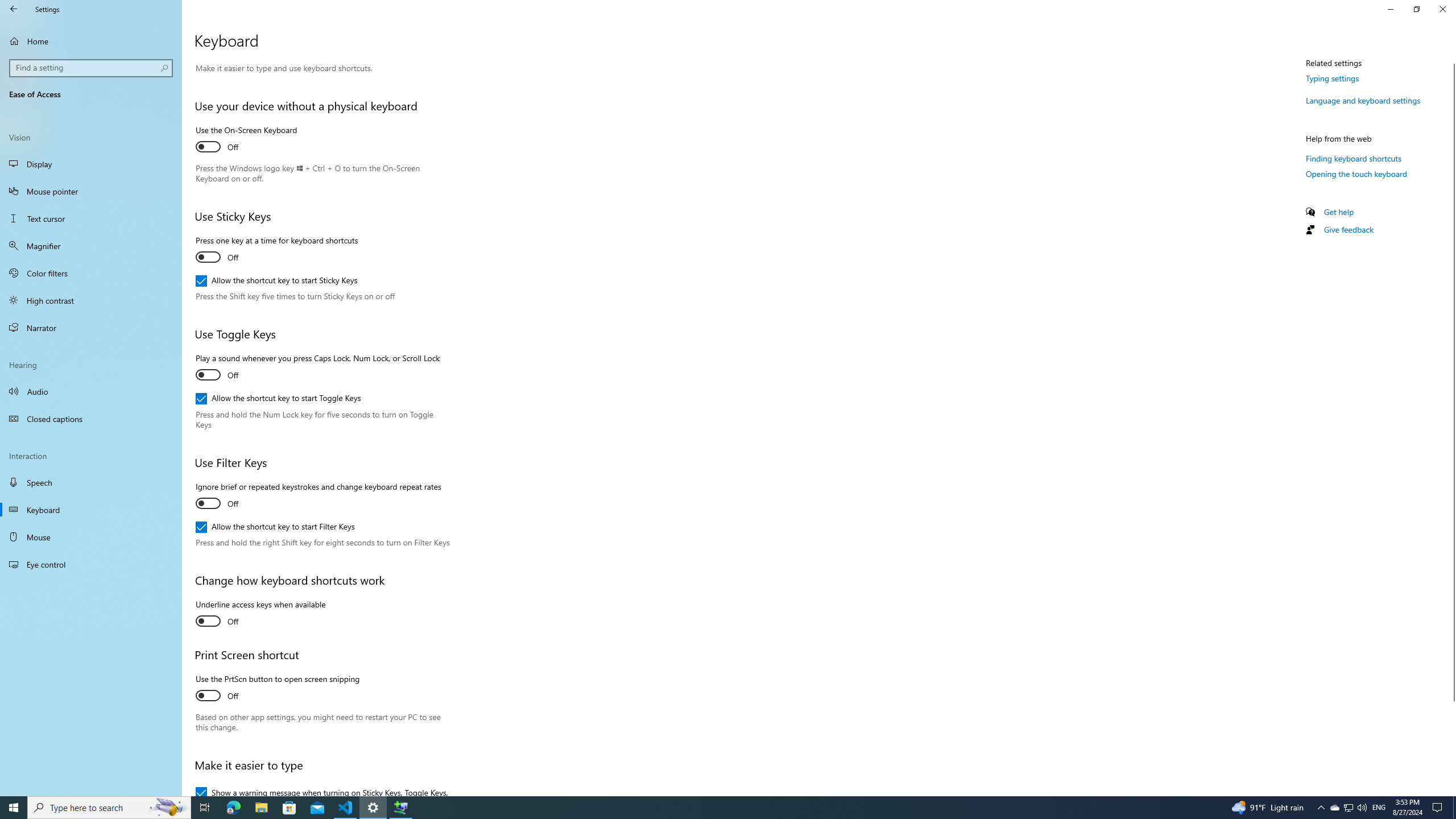 This screenshot has height=819, width=1456. I want to click on 'Type here to search', so click(109, 806).